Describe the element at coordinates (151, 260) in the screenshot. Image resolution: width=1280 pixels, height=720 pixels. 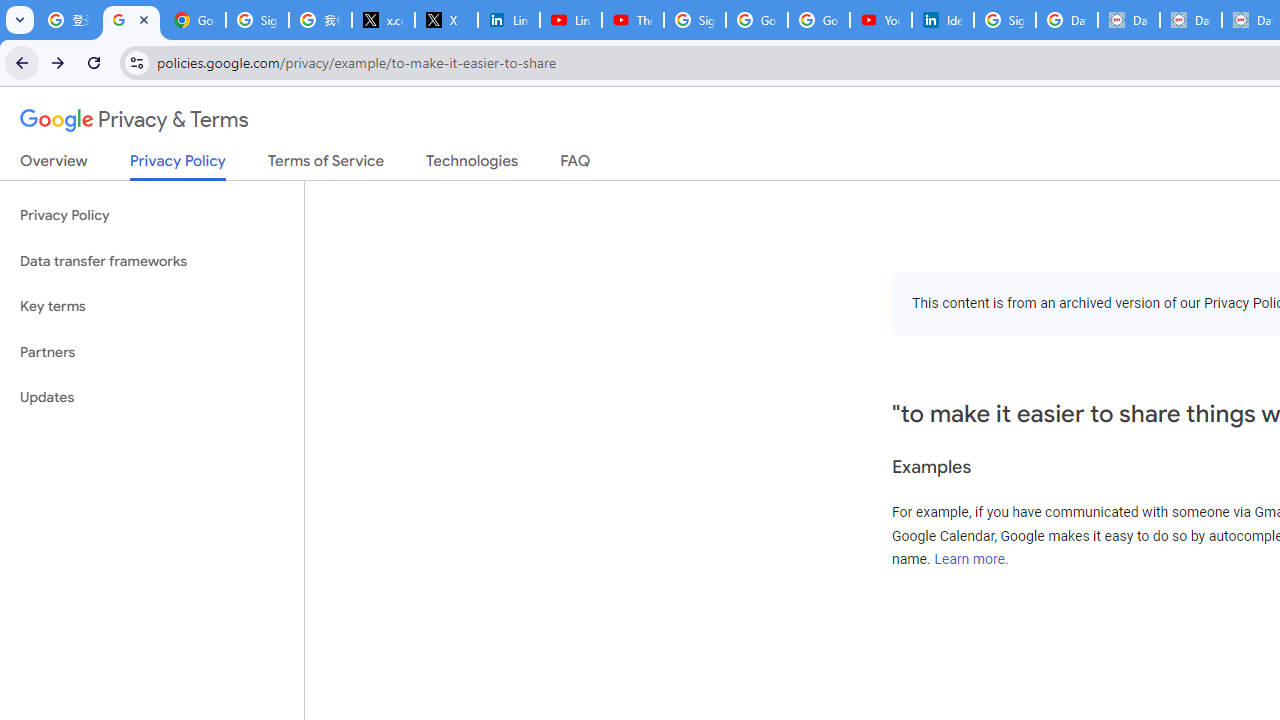
I see `'Data transfer frameworks'` at that location.